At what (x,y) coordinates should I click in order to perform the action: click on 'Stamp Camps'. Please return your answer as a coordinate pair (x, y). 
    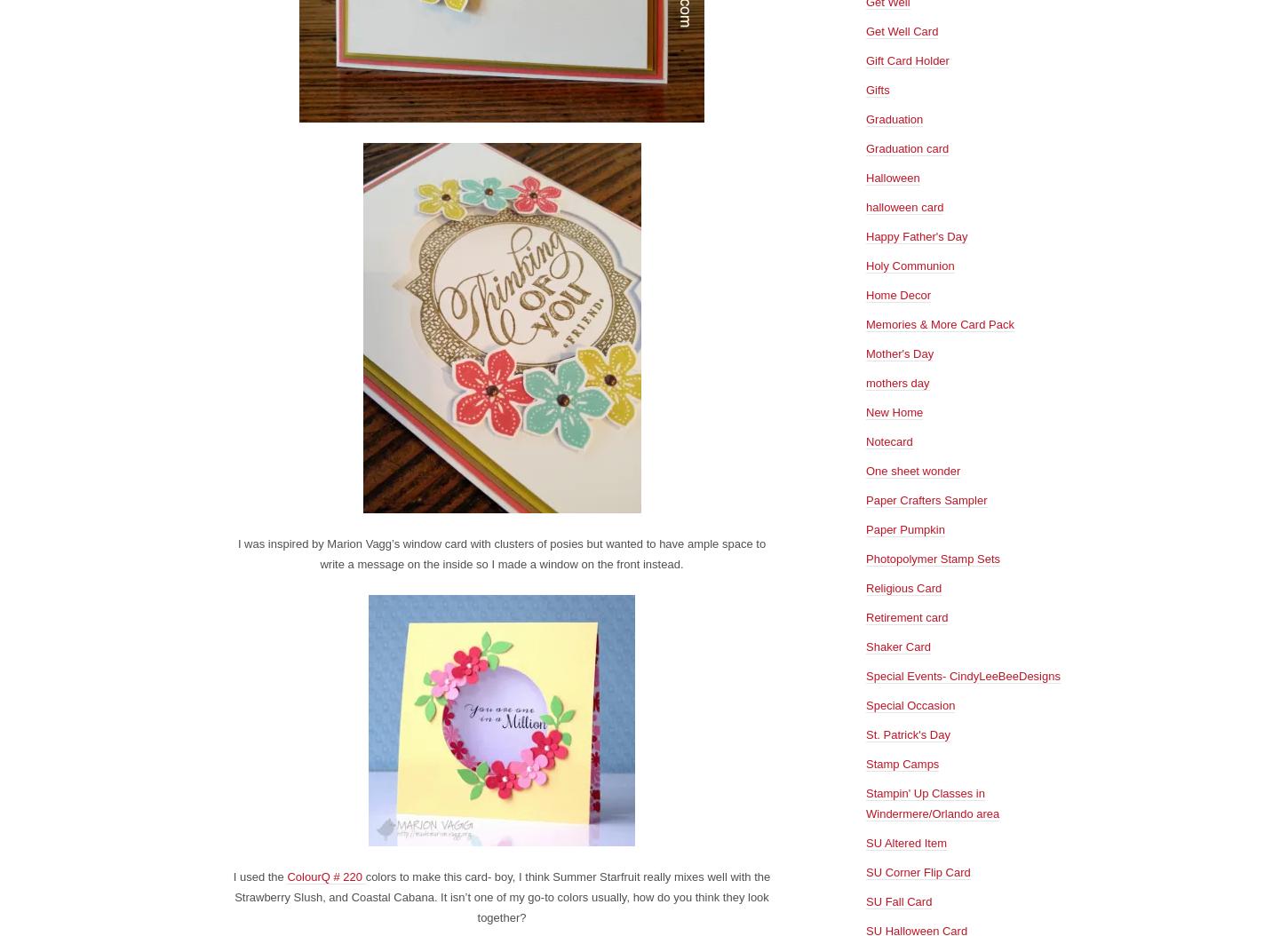
    Looking at the image, I should click on (902, 763).